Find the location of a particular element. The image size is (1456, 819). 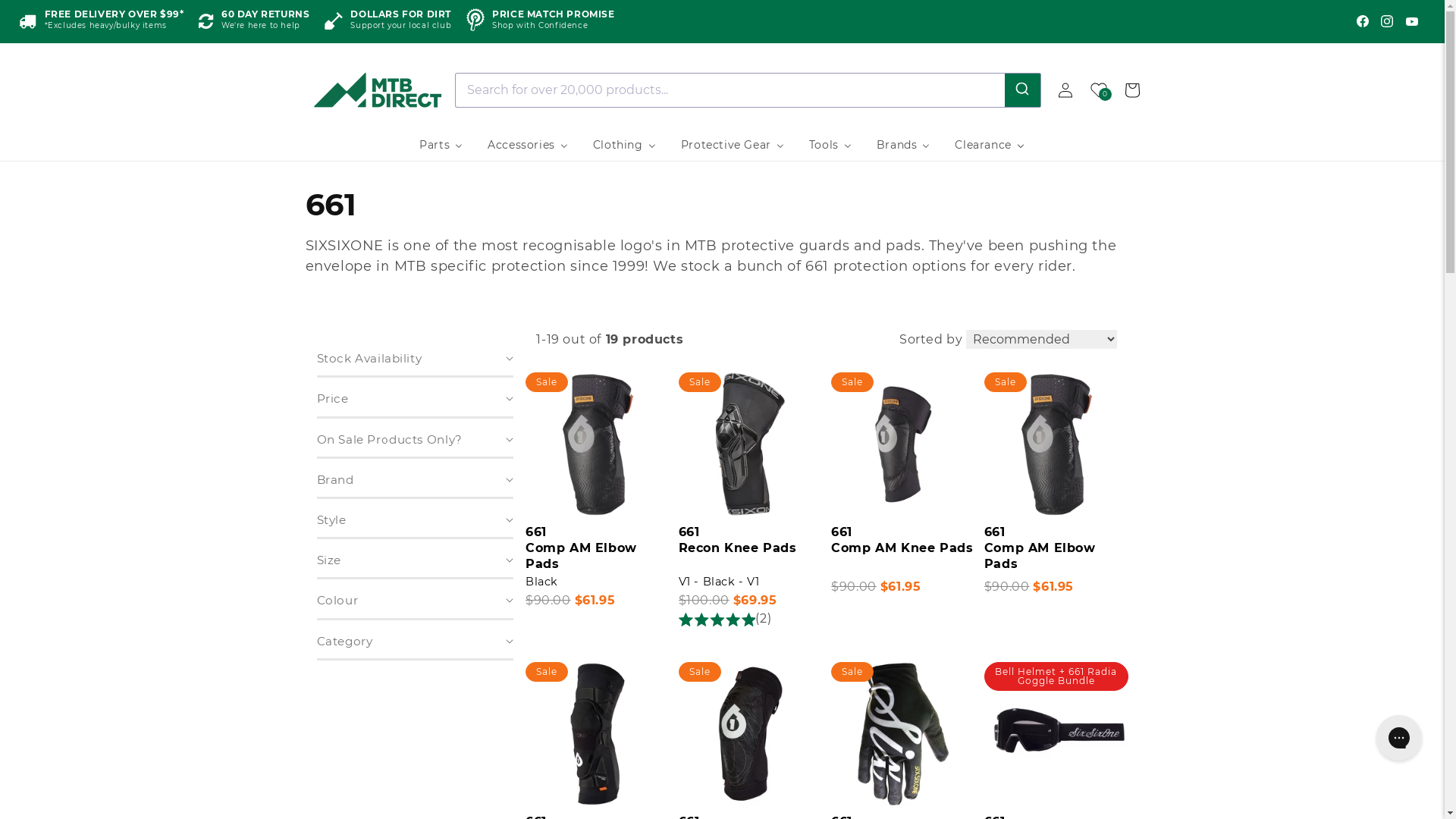

'Clearance' is located at coordinates (990, 145).